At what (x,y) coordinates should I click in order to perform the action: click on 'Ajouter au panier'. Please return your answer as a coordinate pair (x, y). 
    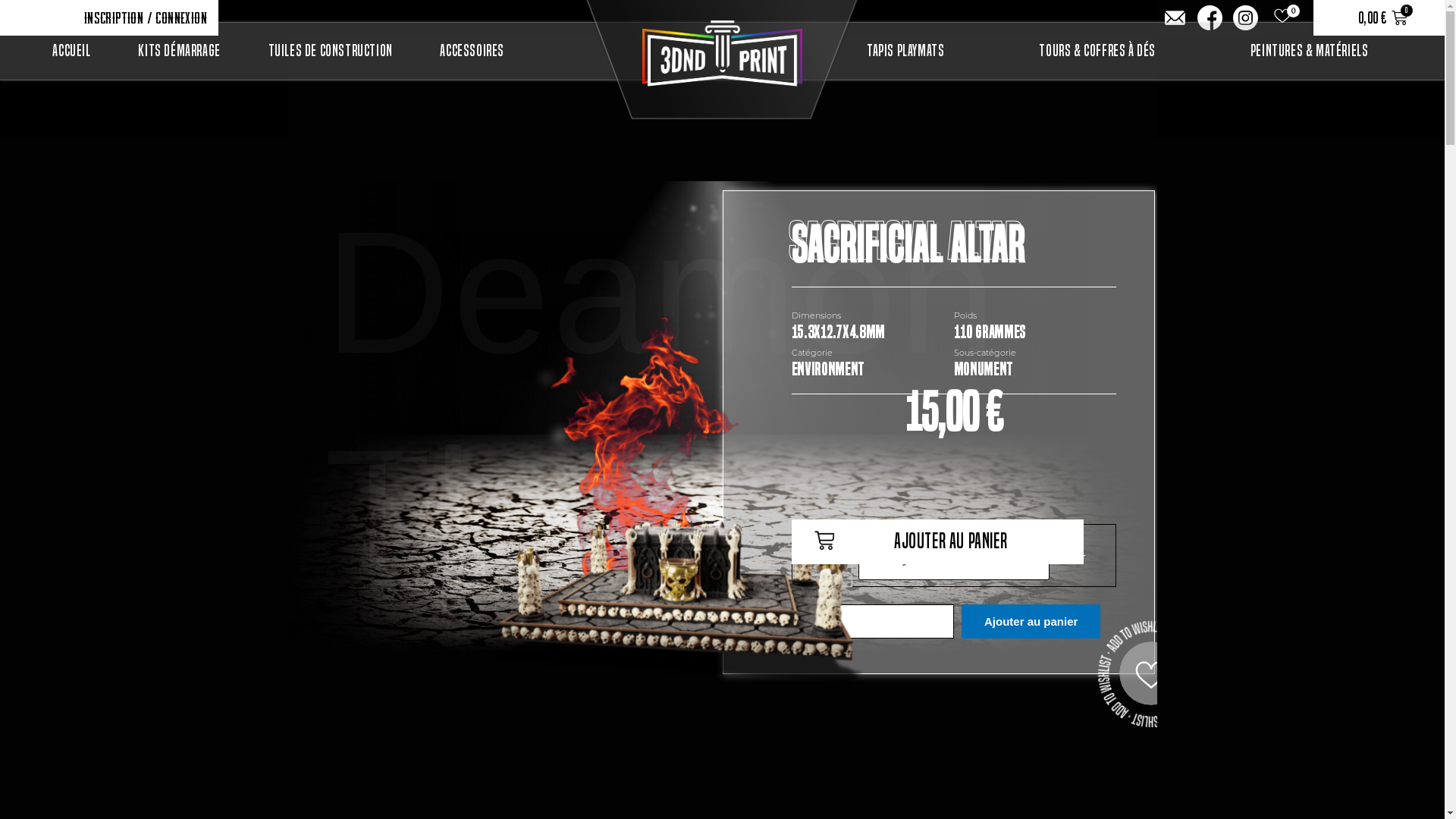
    Looking at the image, I should click on (1031, 621).